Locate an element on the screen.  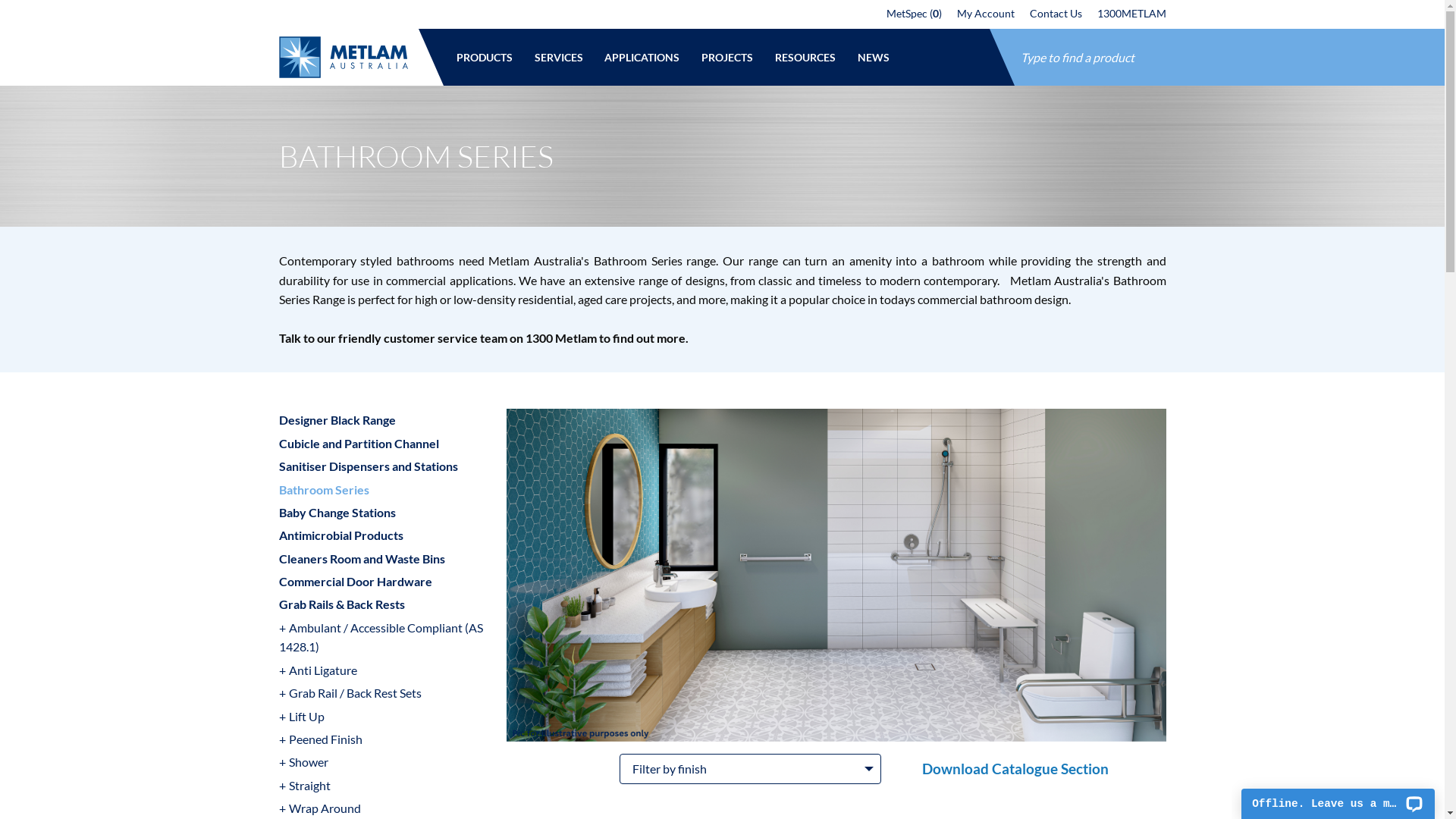
'APPLICATIONS' is located at coordinates (592, 56).